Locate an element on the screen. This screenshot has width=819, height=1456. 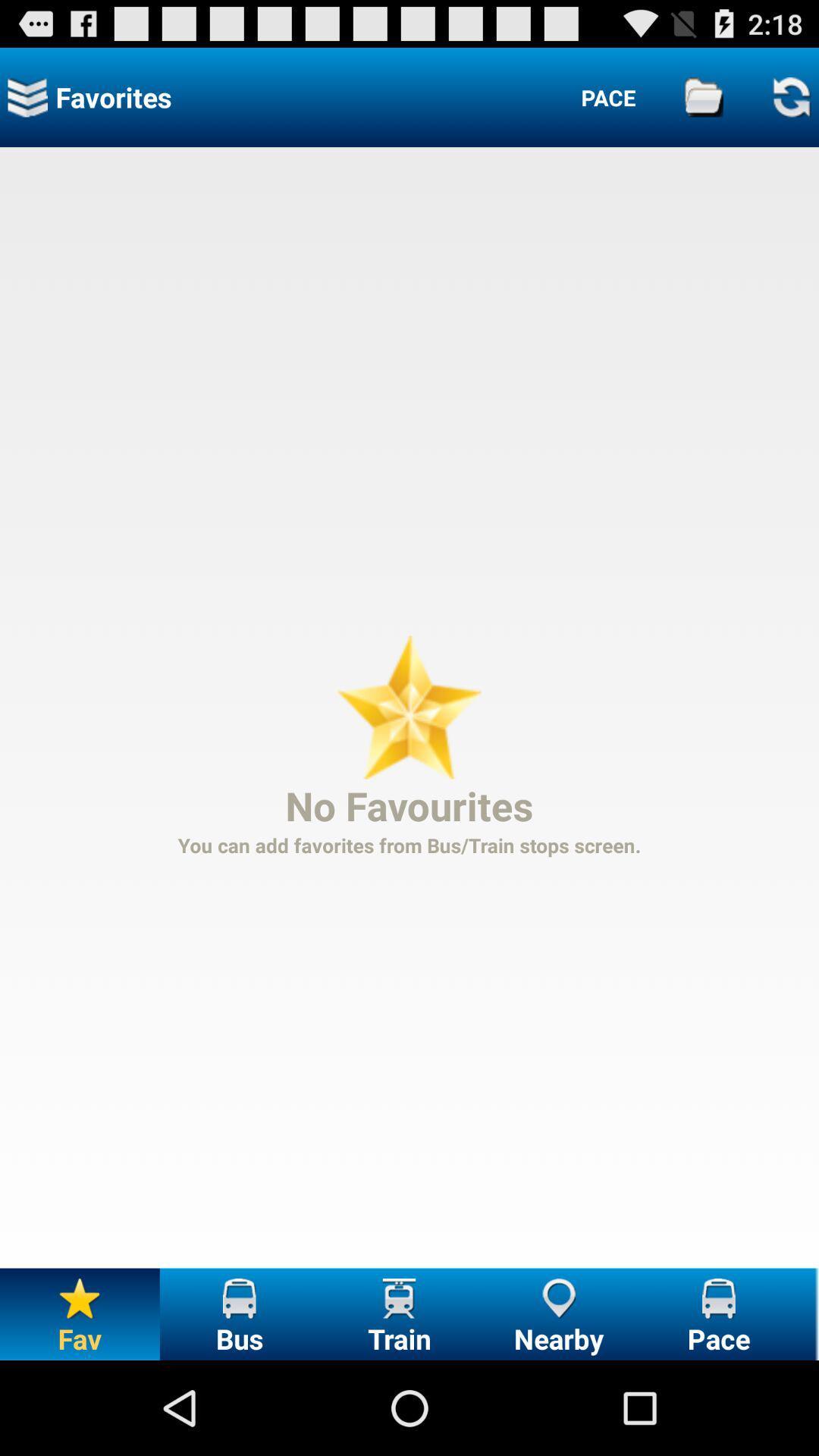
the refresh icon is located at coordinates (790, 103).